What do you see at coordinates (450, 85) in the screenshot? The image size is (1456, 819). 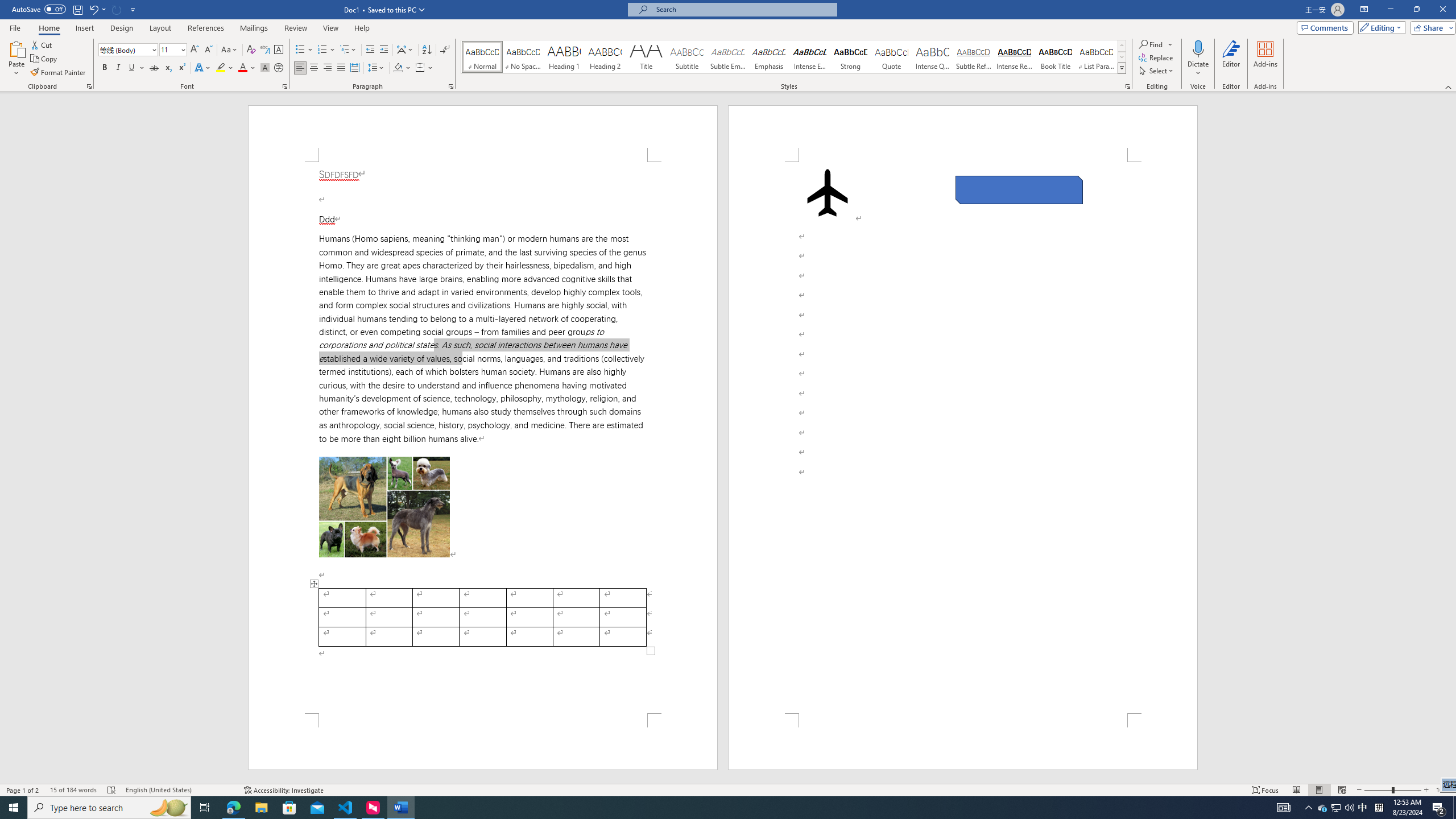 I see `'Paragraph...'` at bounding box center [450, 85].